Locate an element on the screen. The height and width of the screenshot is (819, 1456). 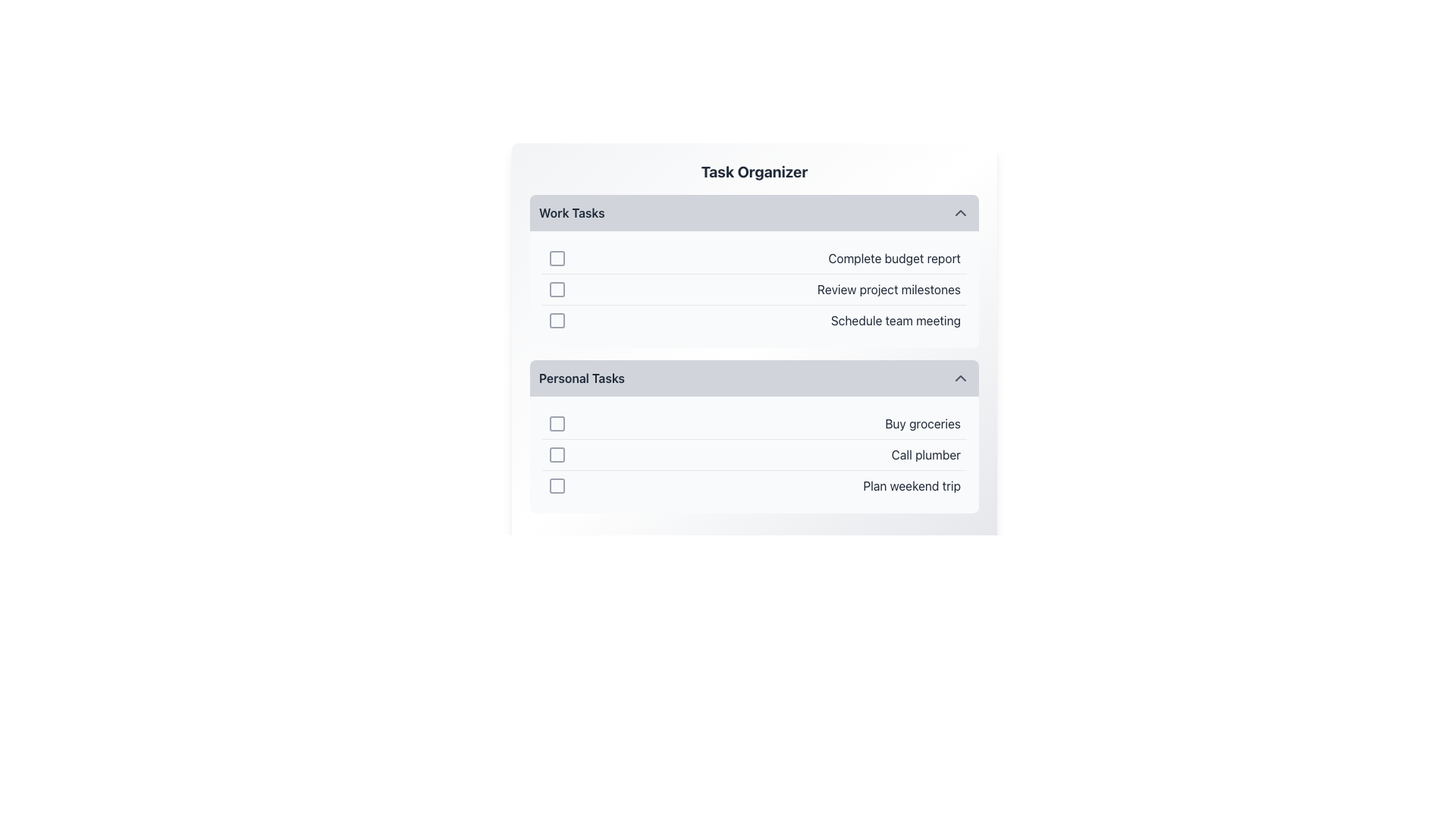
'Personal Tasks' text label which is styled in bold and serves as a section header for personal tasks is located at coordinates (581, 377).